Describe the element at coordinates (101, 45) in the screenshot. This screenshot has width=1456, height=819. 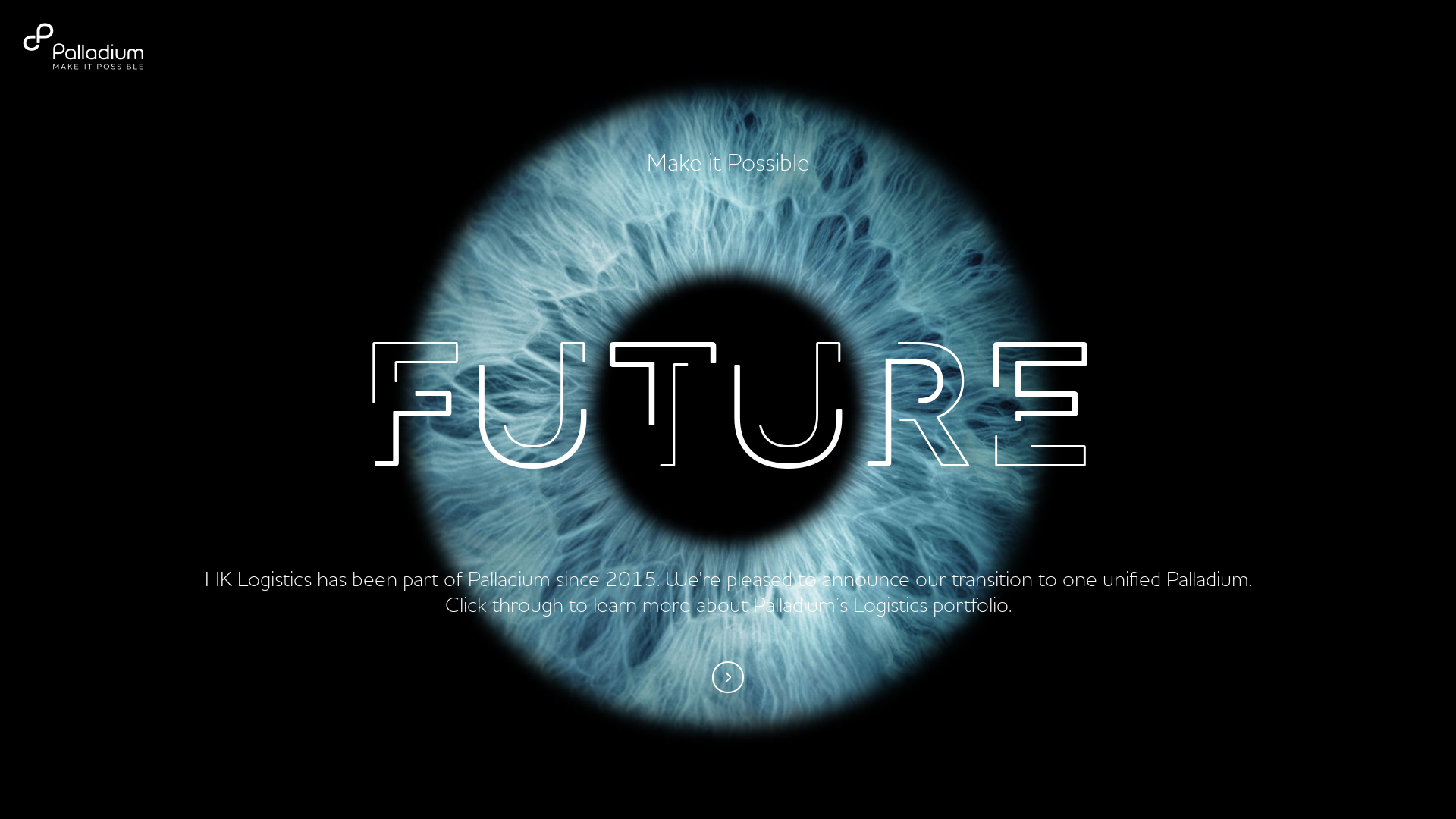
I see `'Palladium - Make it possible'` at that location.